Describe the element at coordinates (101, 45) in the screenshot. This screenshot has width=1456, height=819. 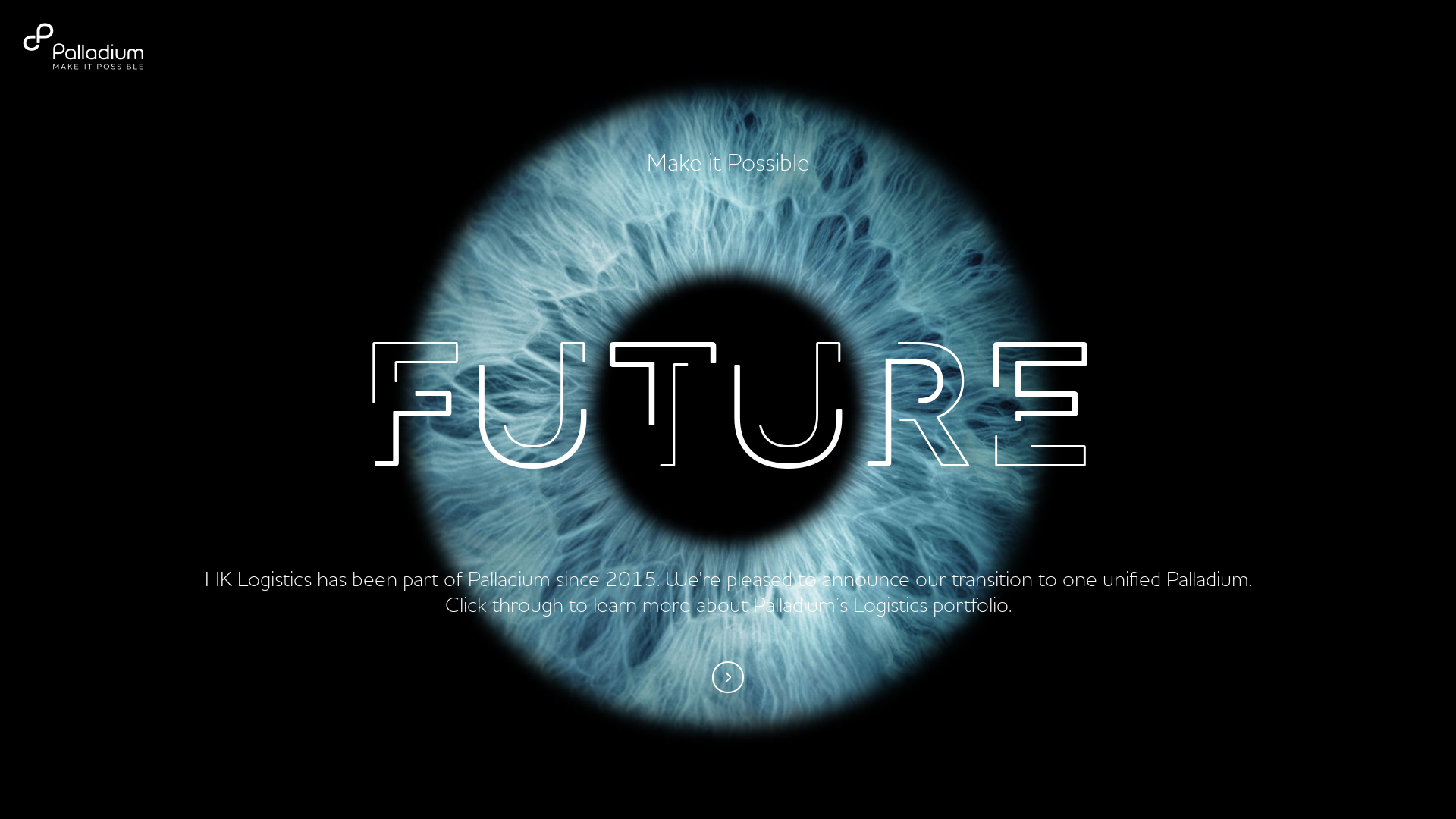
I see `'Palladium - Make it possible'` at that location.